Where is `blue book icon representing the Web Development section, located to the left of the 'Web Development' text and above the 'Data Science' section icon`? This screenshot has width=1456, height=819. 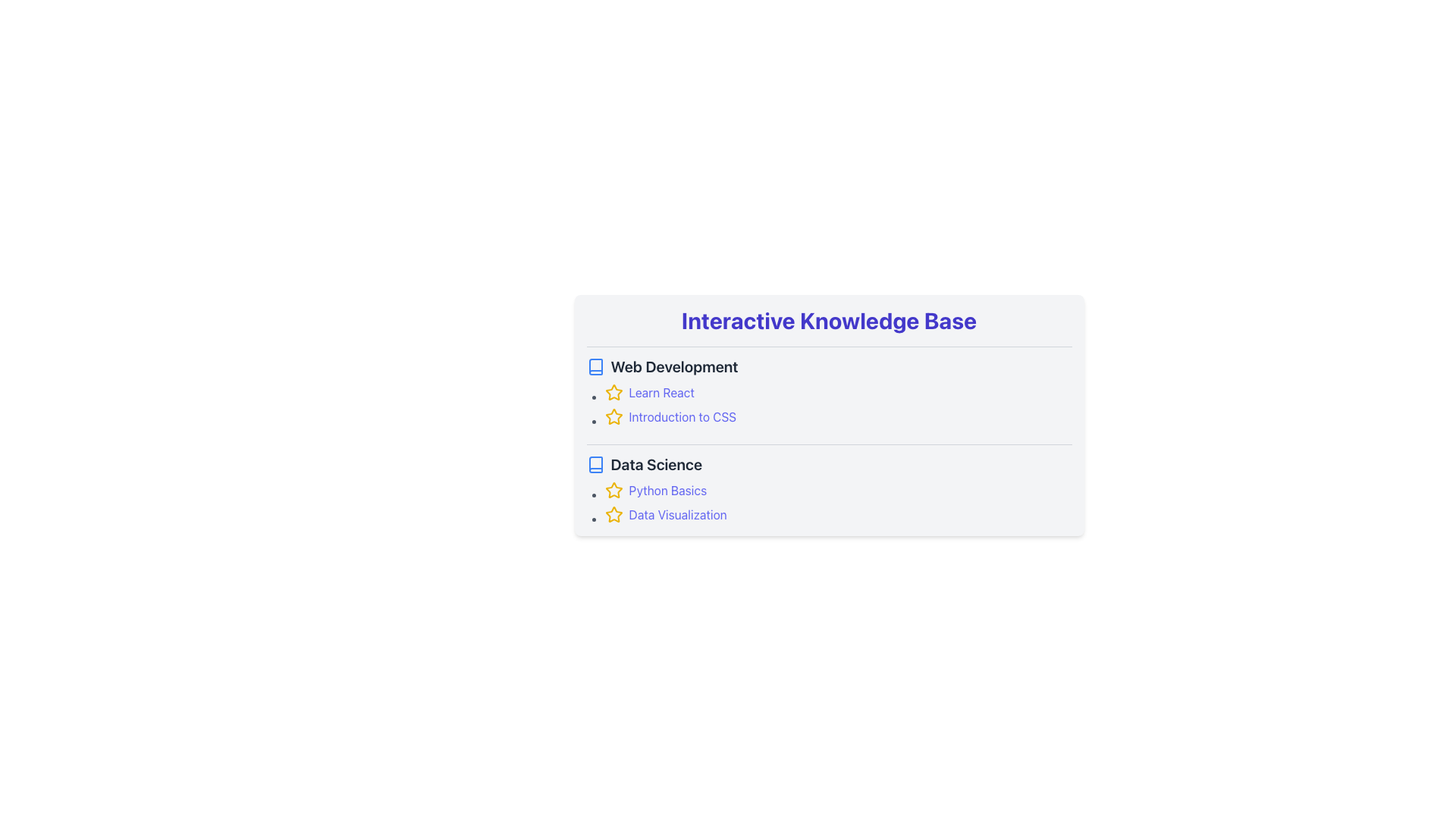 blue book icon representing the Web Development section, located to the left of the 'Web Development' text and above the 'Data Science' section icon is located at coordinates (595, 366).